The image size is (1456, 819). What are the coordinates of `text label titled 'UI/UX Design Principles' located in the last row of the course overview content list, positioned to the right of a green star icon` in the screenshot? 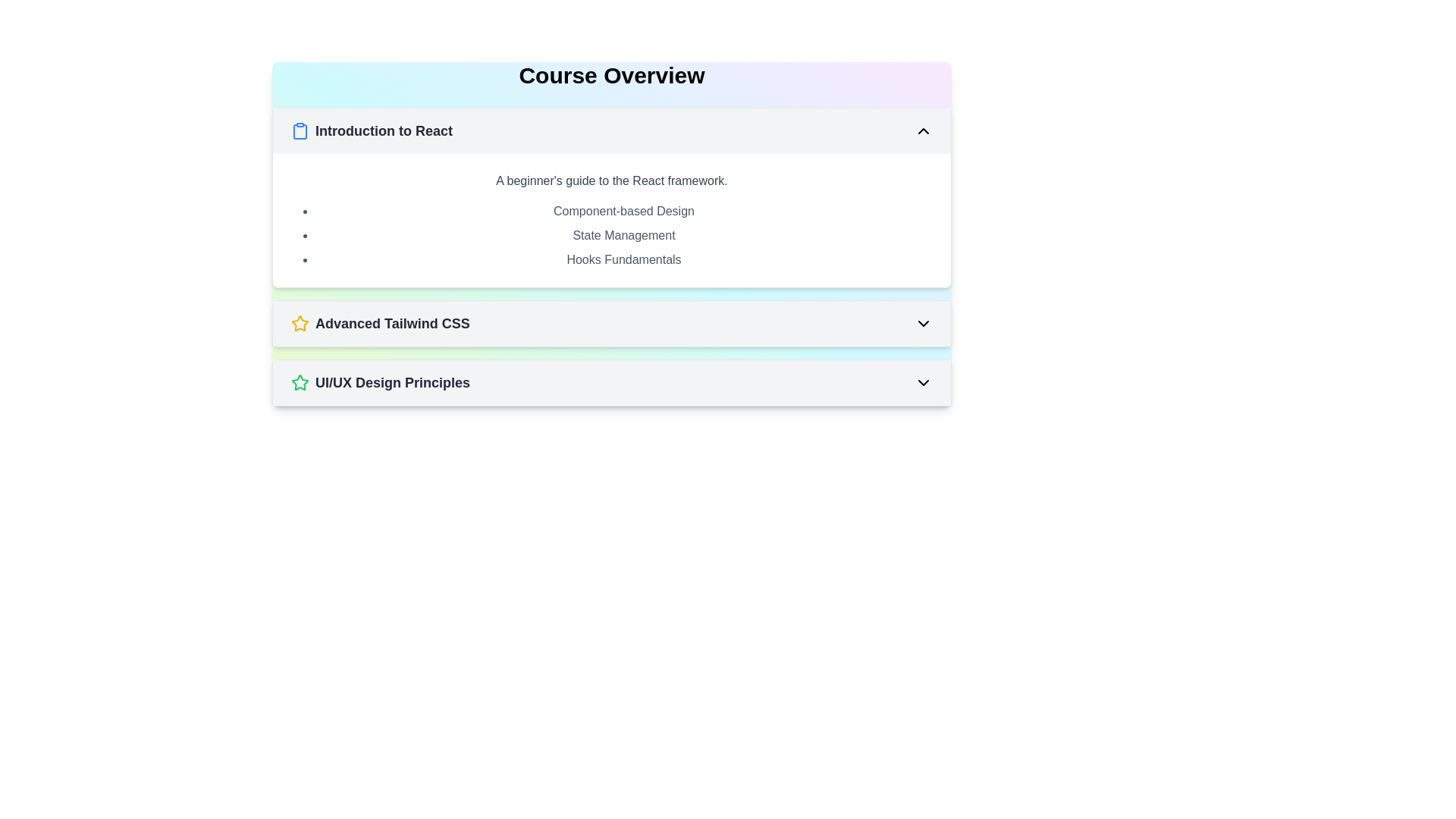 It's located at (393, 382).